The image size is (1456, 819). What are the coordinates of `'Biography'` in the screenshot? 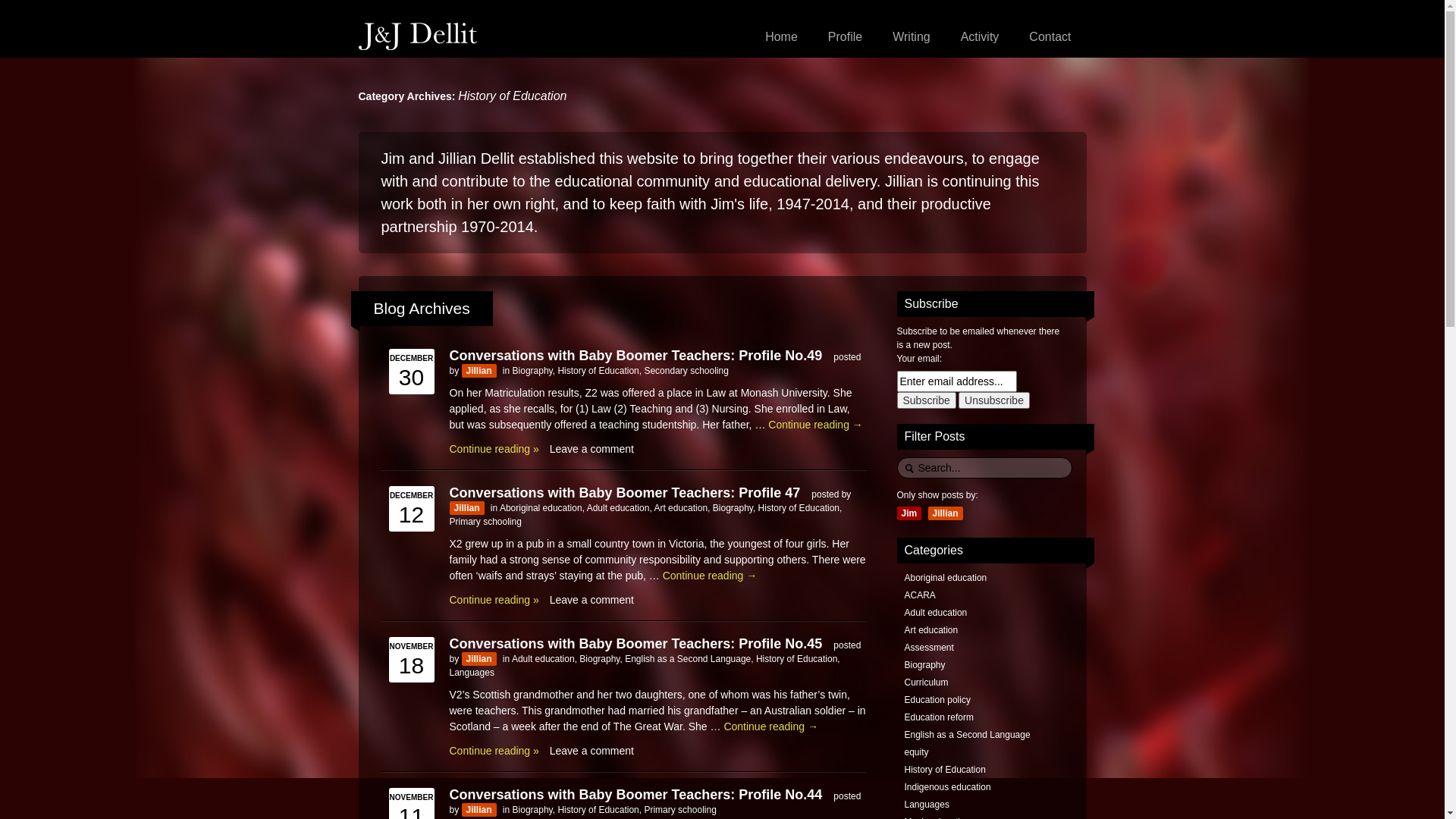 It's located at (513, 371).